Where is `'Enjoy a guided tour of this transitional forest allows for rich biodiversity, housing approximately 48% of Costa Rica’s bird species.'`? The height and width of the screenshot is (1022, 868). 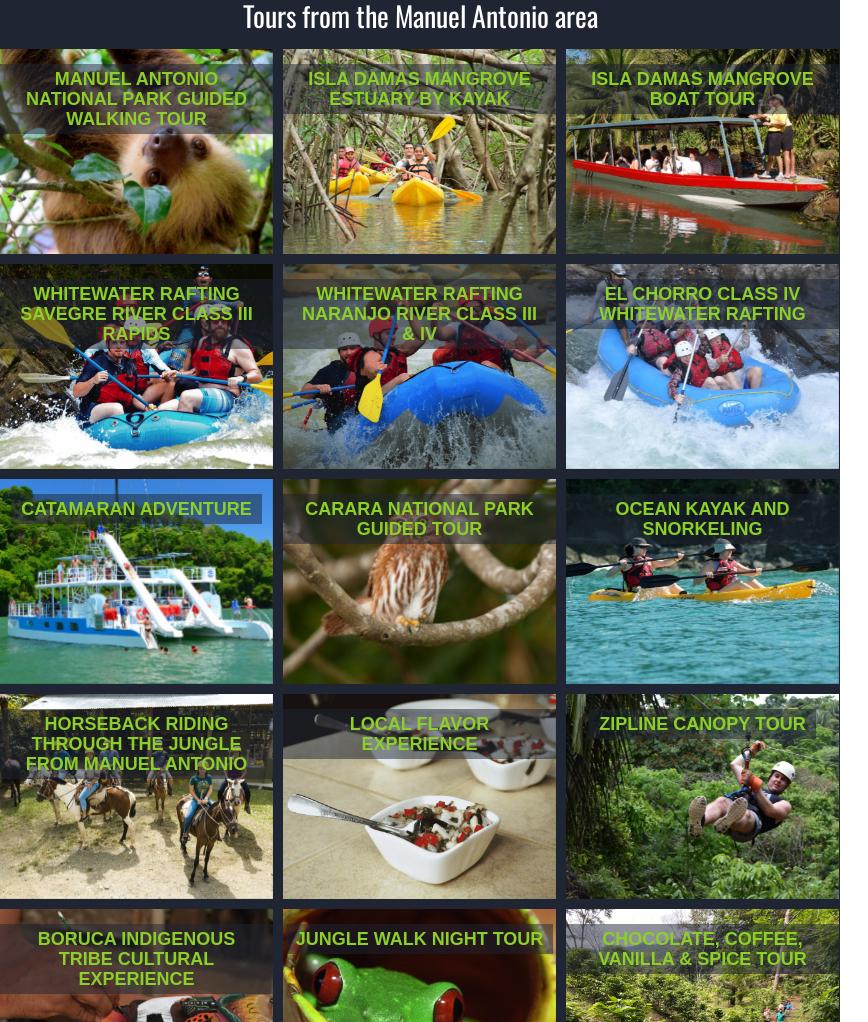 'Enjoy a guided tour of this transitional forest allows for rich biodiversity, housing approximately 48% of Costa Rica’s bird species.' is located at coordinates (412, 596).